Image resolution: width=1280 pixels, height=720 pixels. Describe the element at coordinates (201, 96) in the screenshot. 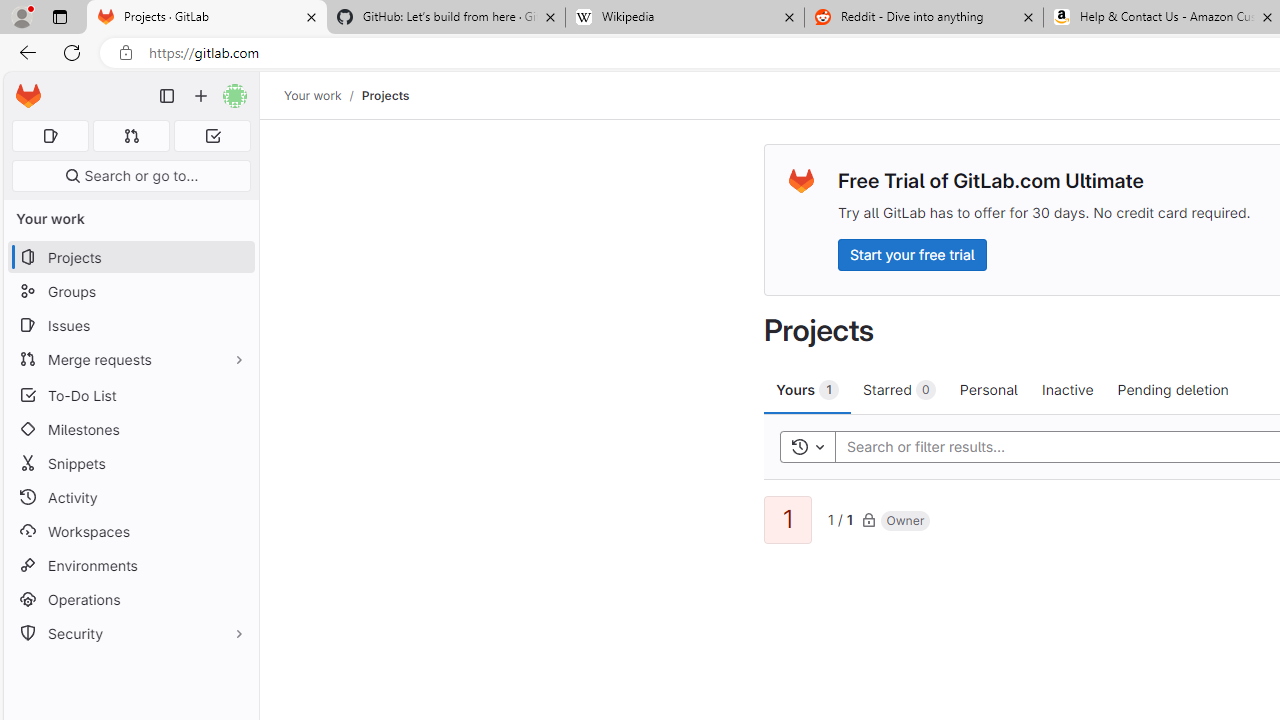

I see `'Create new...'` at that location.